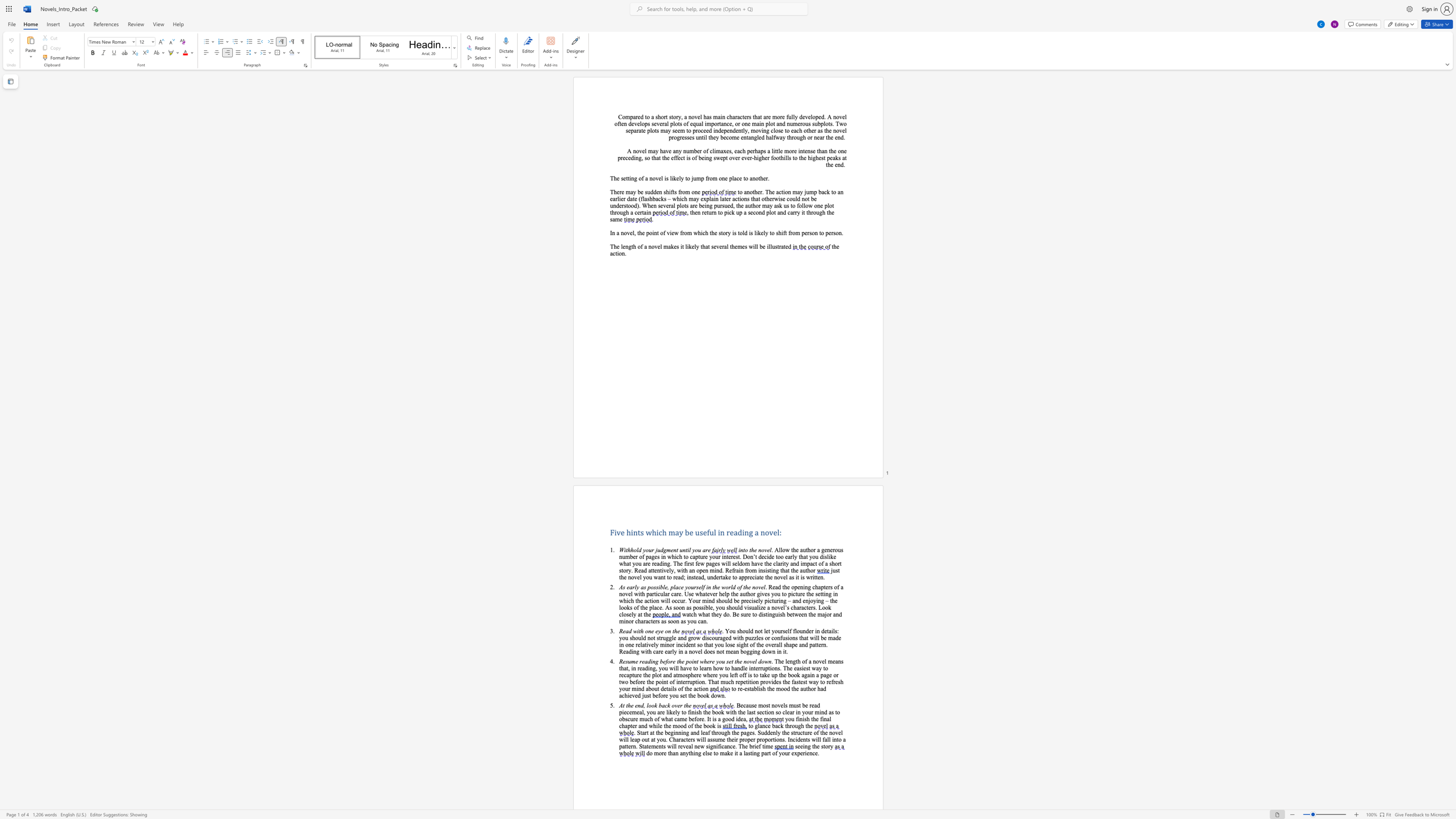 This screenshot has height=819, width=1456. Describe the element at coordinates (754, 549) in the screenshot. I see `the subset text "e nov" within the text "into the novel"` at that location.